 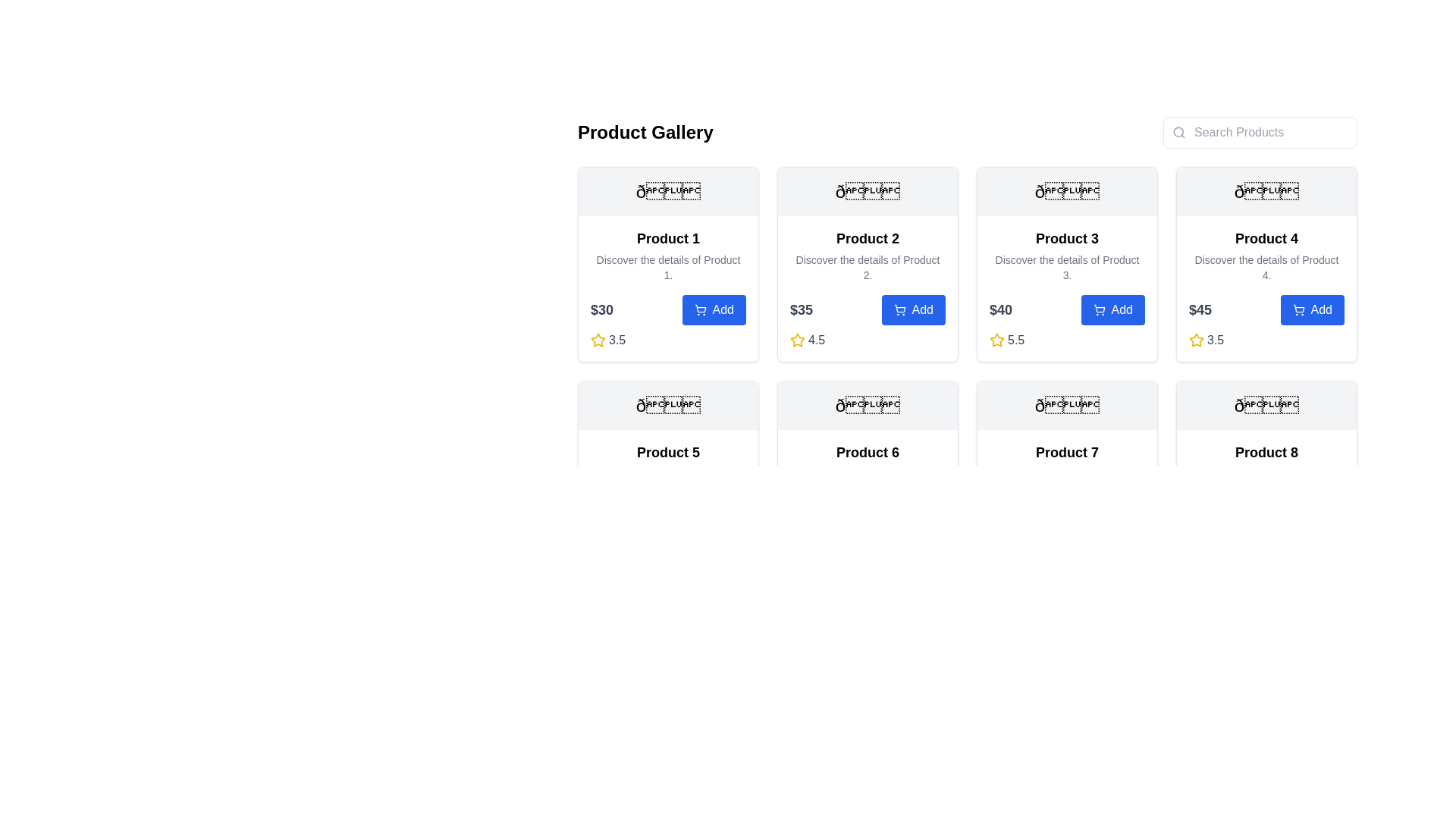 I want to click on the text label displaying 'Product 4', which is a prominent title in bold, located in the fourth product card of the product grid, so click(x=1266, y=239).